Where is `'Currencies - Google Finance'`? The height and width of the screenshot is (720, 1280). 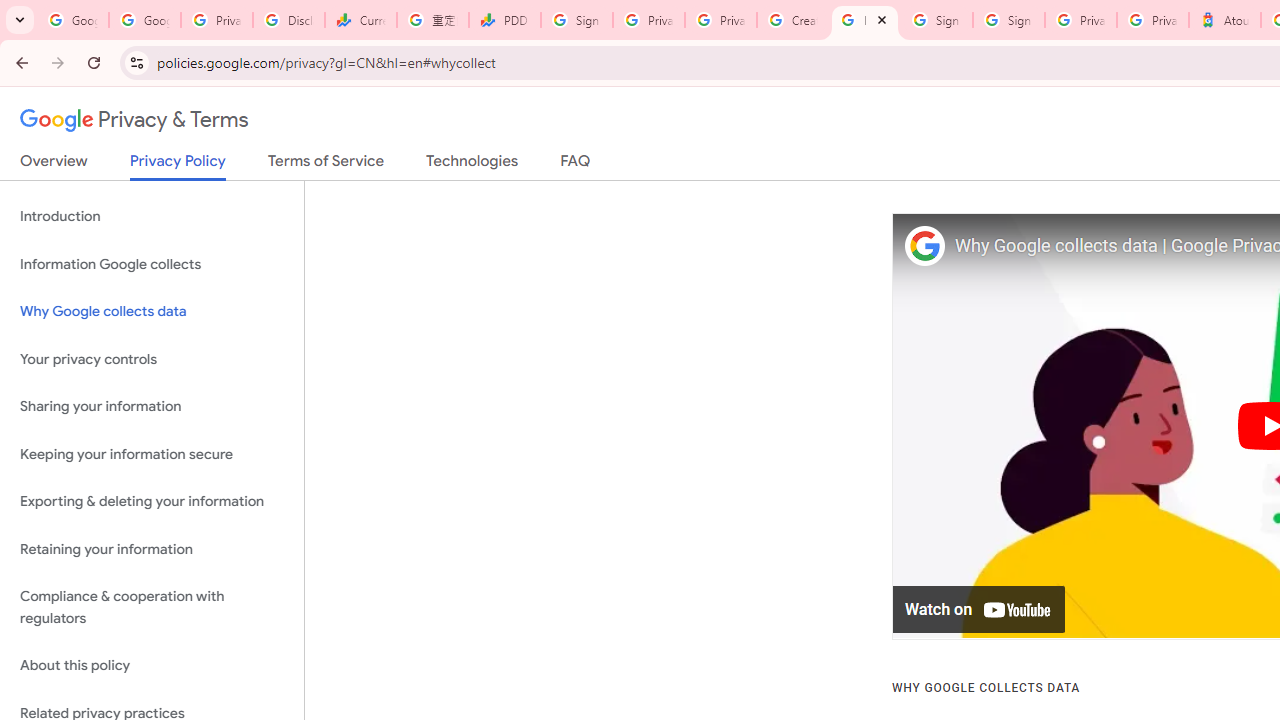
'Currencies - Google Finance' is located at coordinates (360, 20).